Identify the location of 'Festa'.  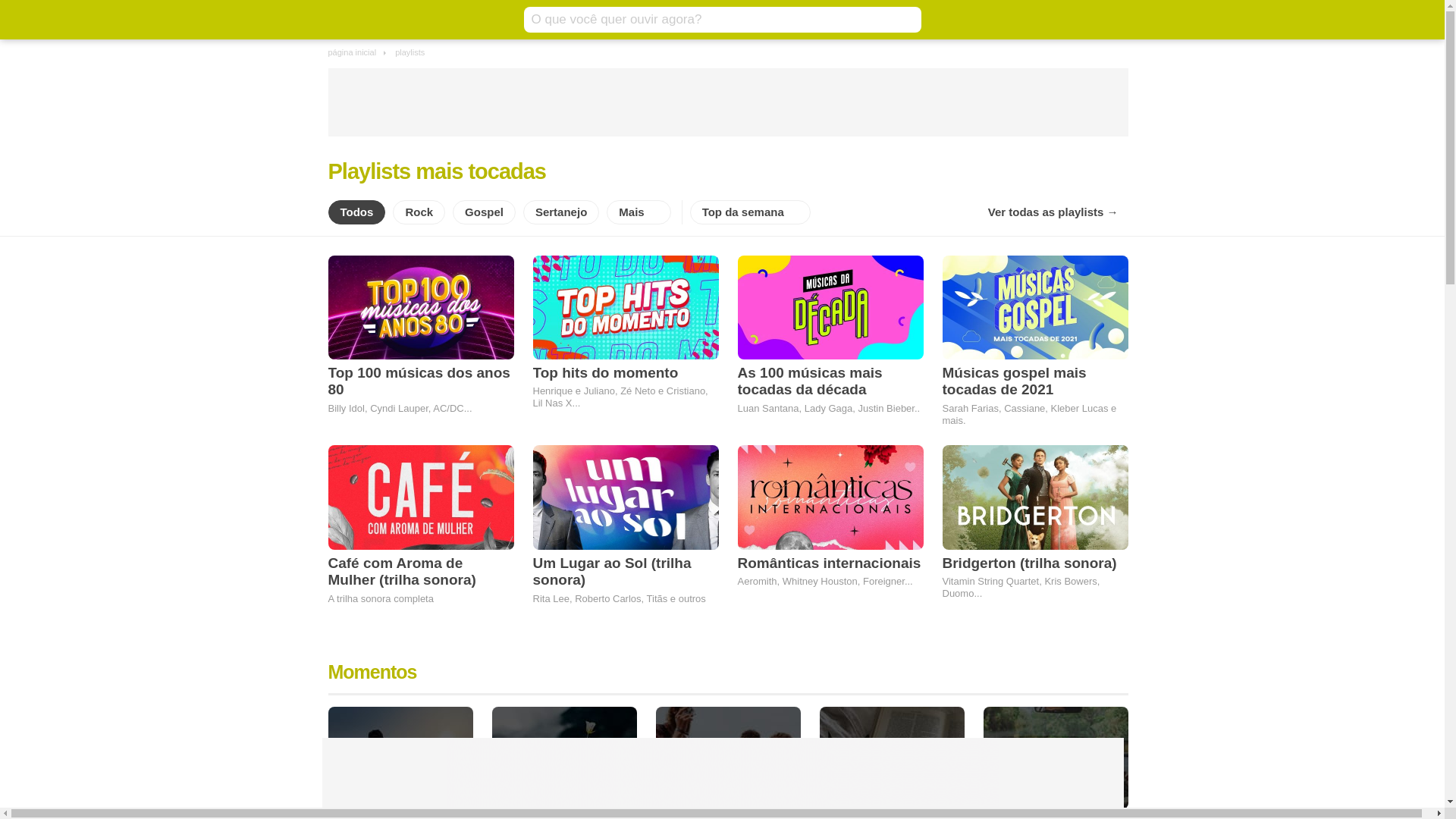
(726, 758).